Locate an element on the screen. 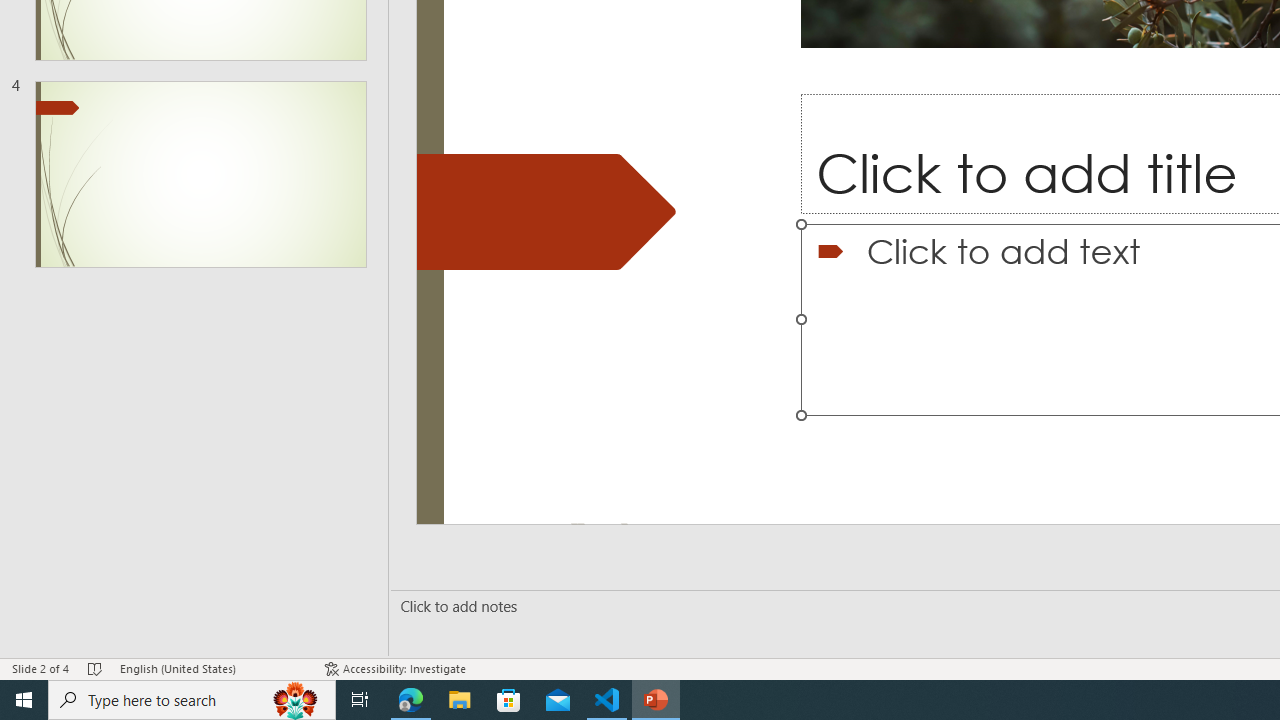 Image resolution: width=1280 pixels, height=720 pixels. 'Decorative Locked' is located at coordinates (546, 212).